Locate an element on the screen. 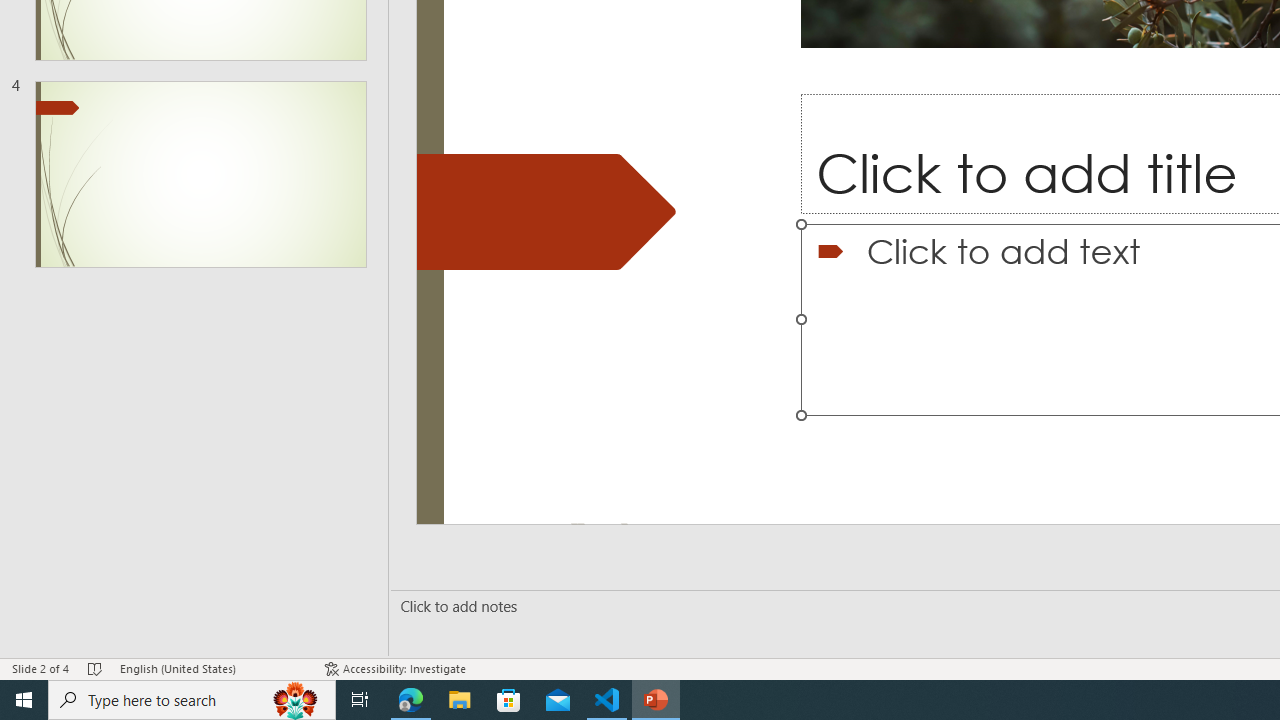 Image resolution: width=1280 pixels, height=720 pixels. 'Decorative Locked' is located at coordinates (546, 212).